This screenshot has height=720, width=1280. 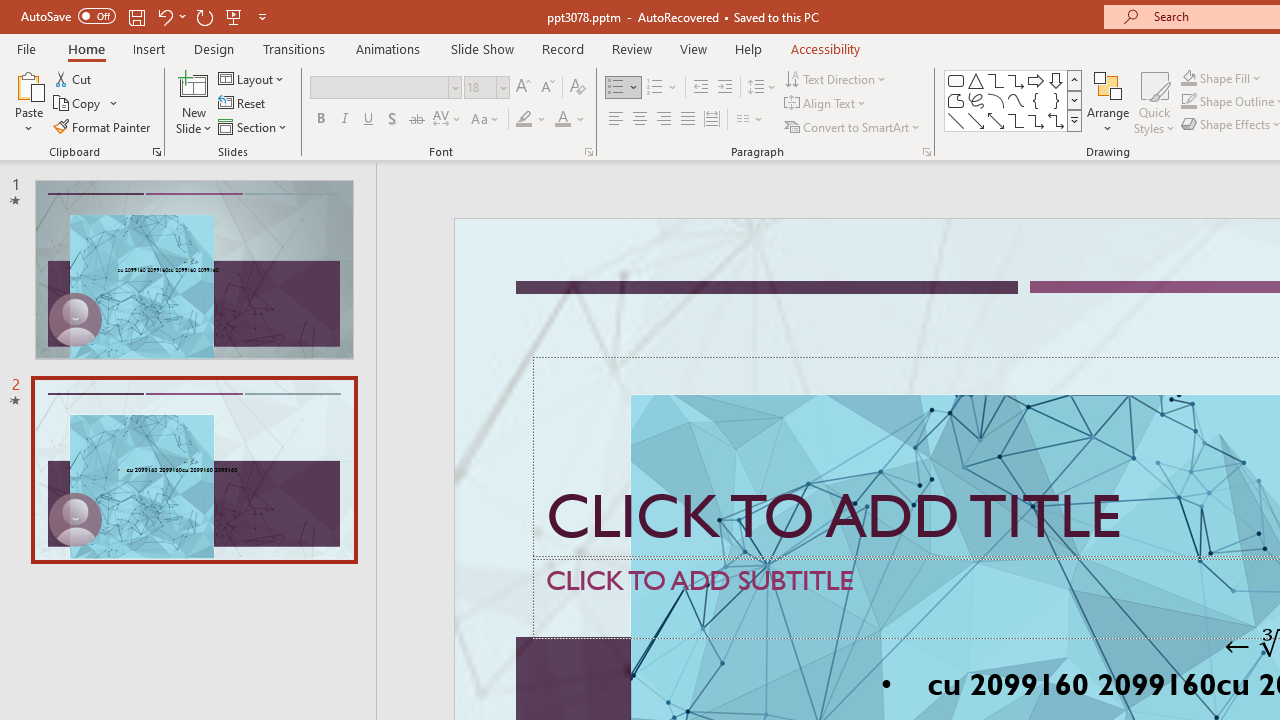 I want to click on 'View', so click(x=693, y=48).